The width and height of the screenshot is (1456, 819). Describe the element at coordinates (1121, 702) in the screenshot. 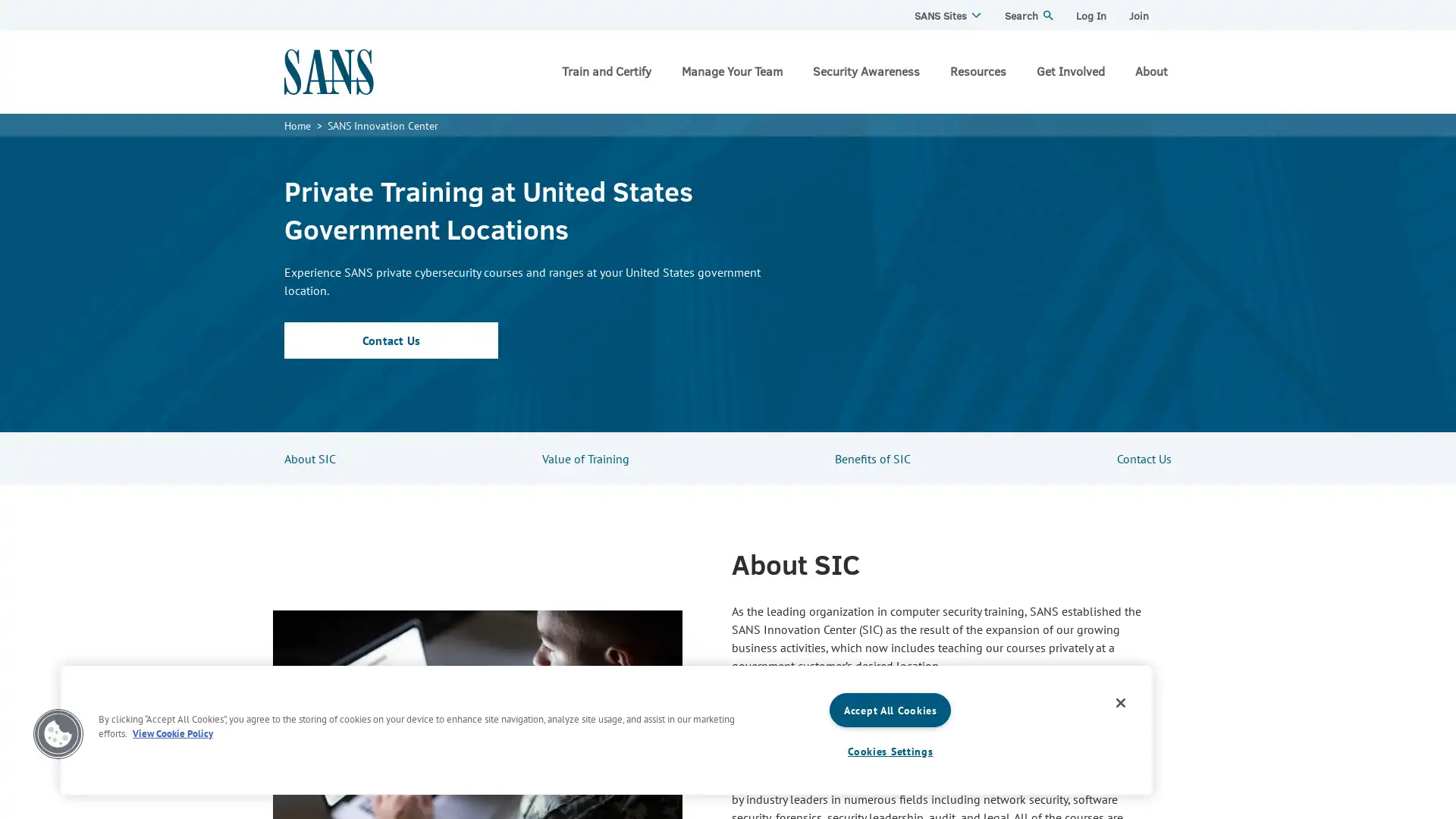

I see `Close` at that location.